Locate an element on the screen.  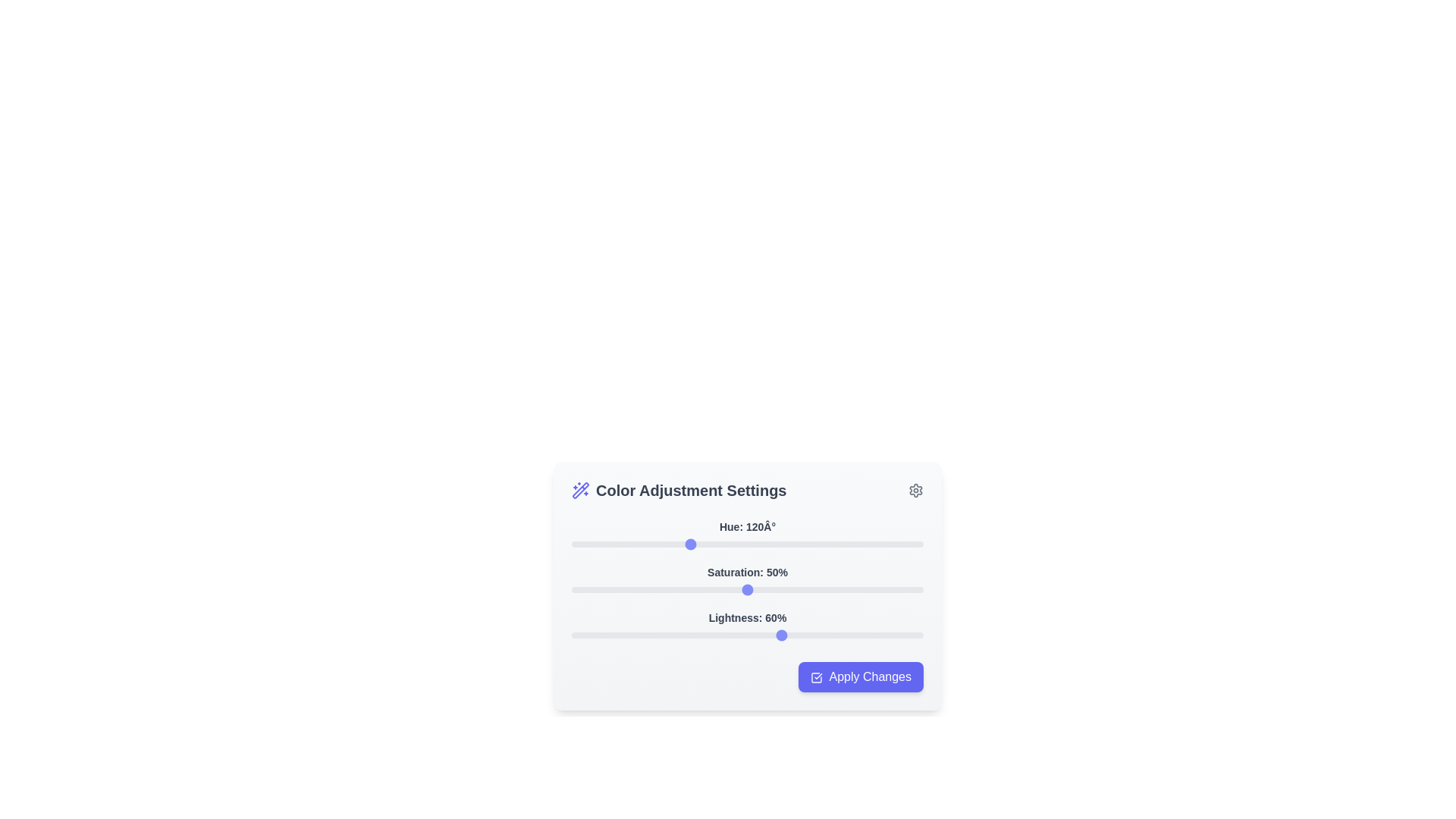
the saturation is located at coordinates (591, 589).